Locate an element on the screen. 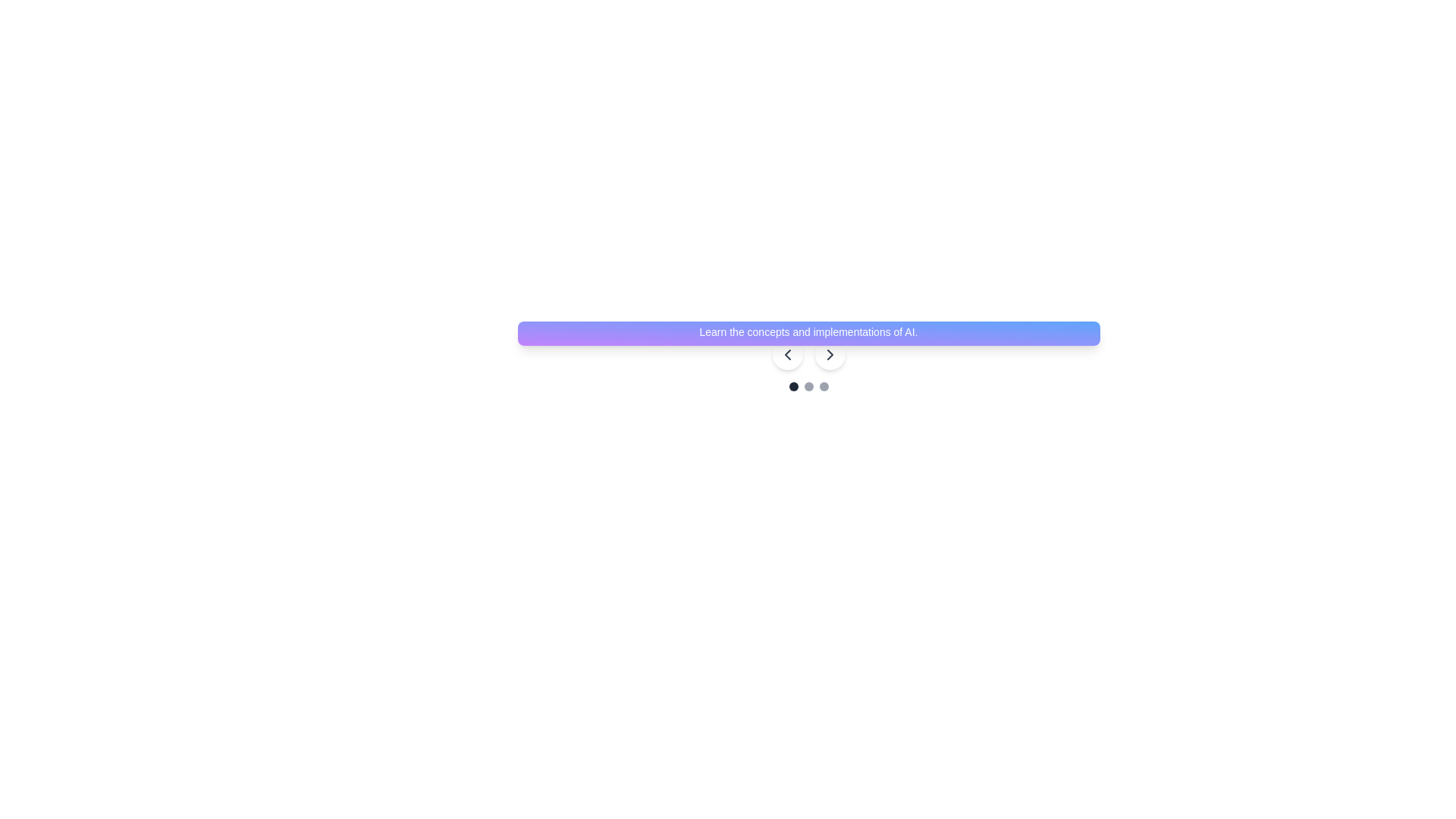  the right-facing chevron icon located at the center of the circular element to the right of the carousel navigation component is located at coordinates (829, 354).